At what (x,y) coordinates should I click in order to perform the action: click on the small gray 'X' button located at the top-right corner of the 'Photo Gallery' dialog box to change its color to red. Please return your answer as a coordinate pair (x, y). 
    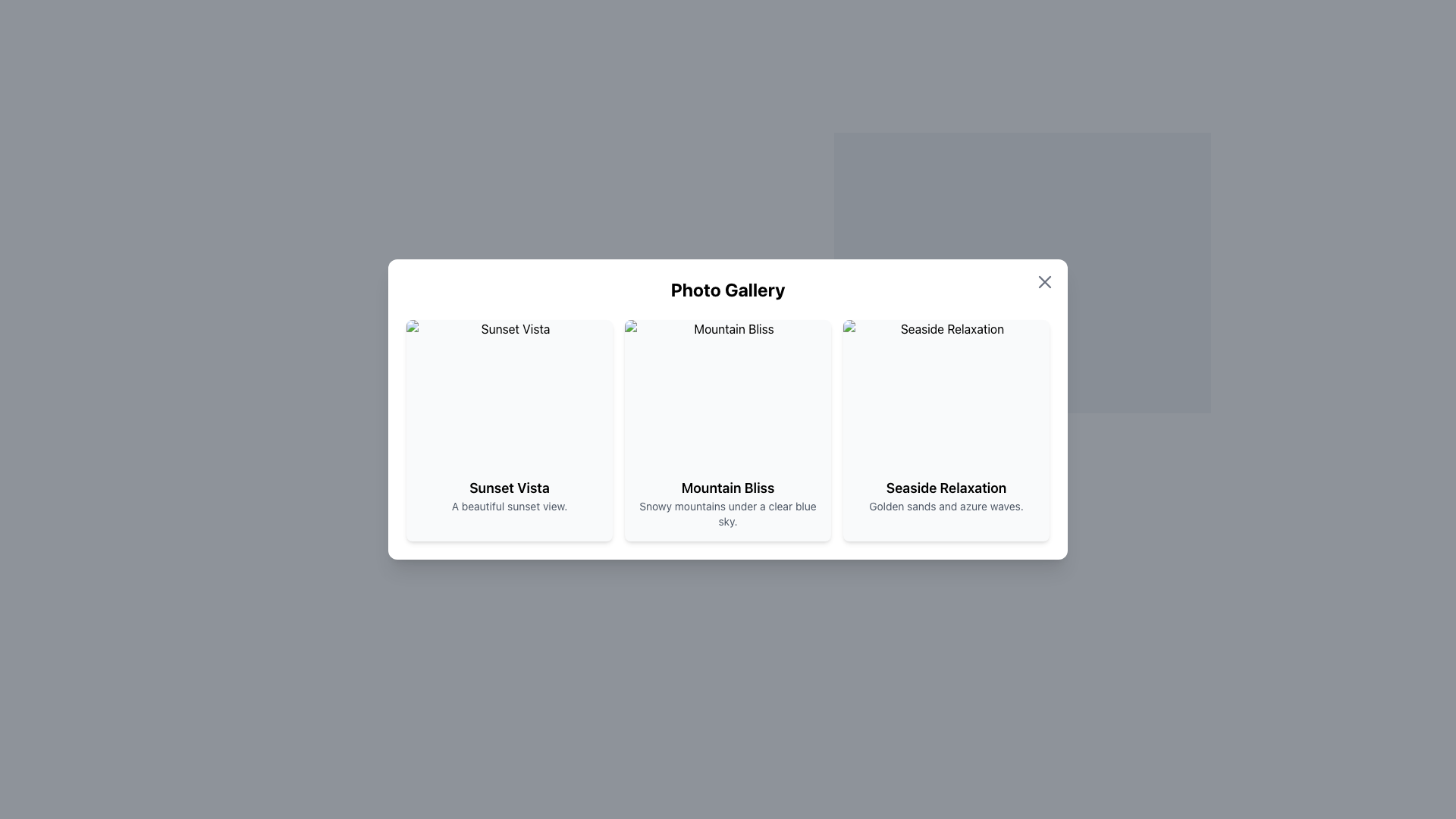
    Looking at the image, I should click on (1043, 281).